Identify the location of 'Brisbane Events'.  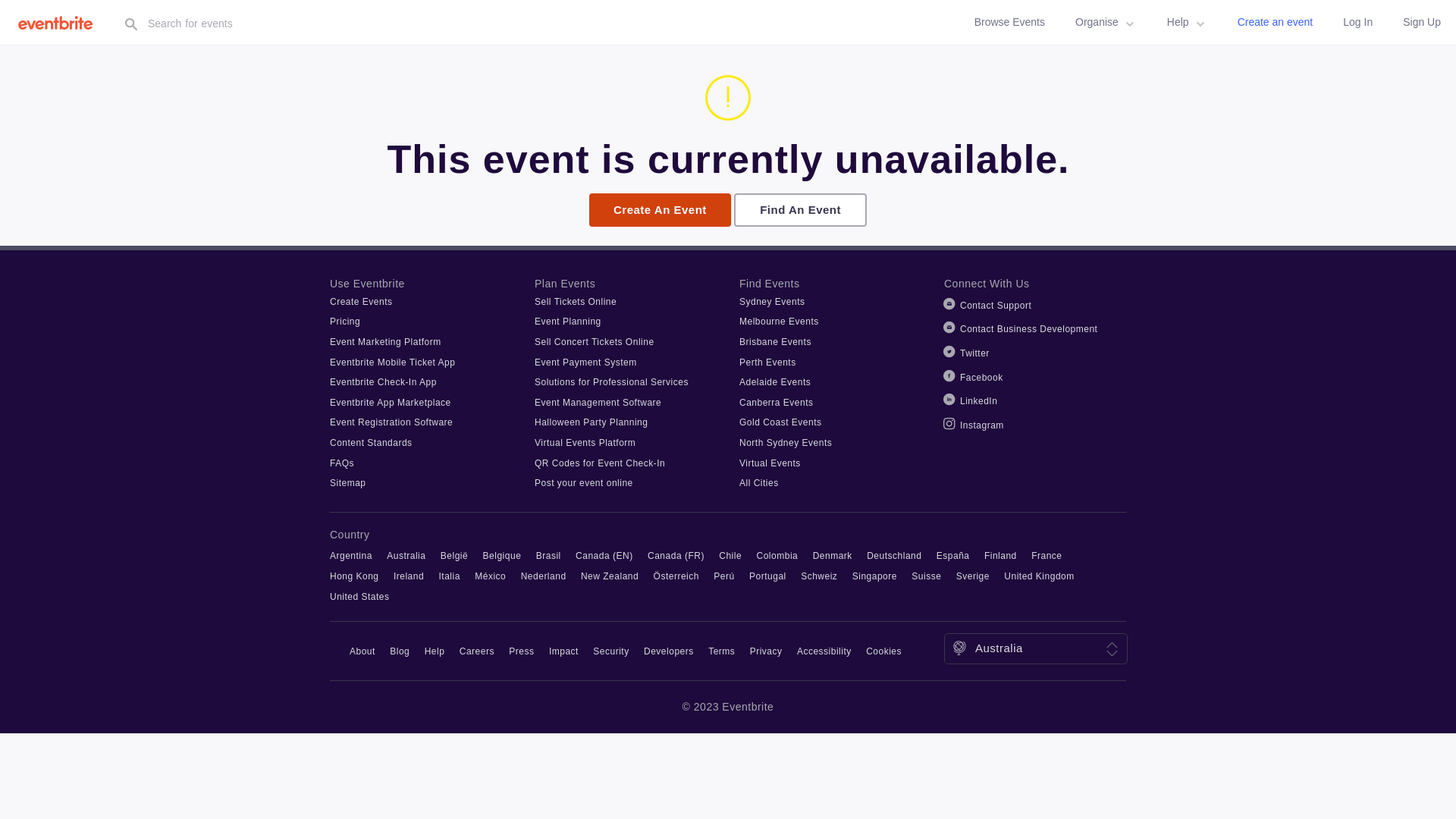
(775, 342).